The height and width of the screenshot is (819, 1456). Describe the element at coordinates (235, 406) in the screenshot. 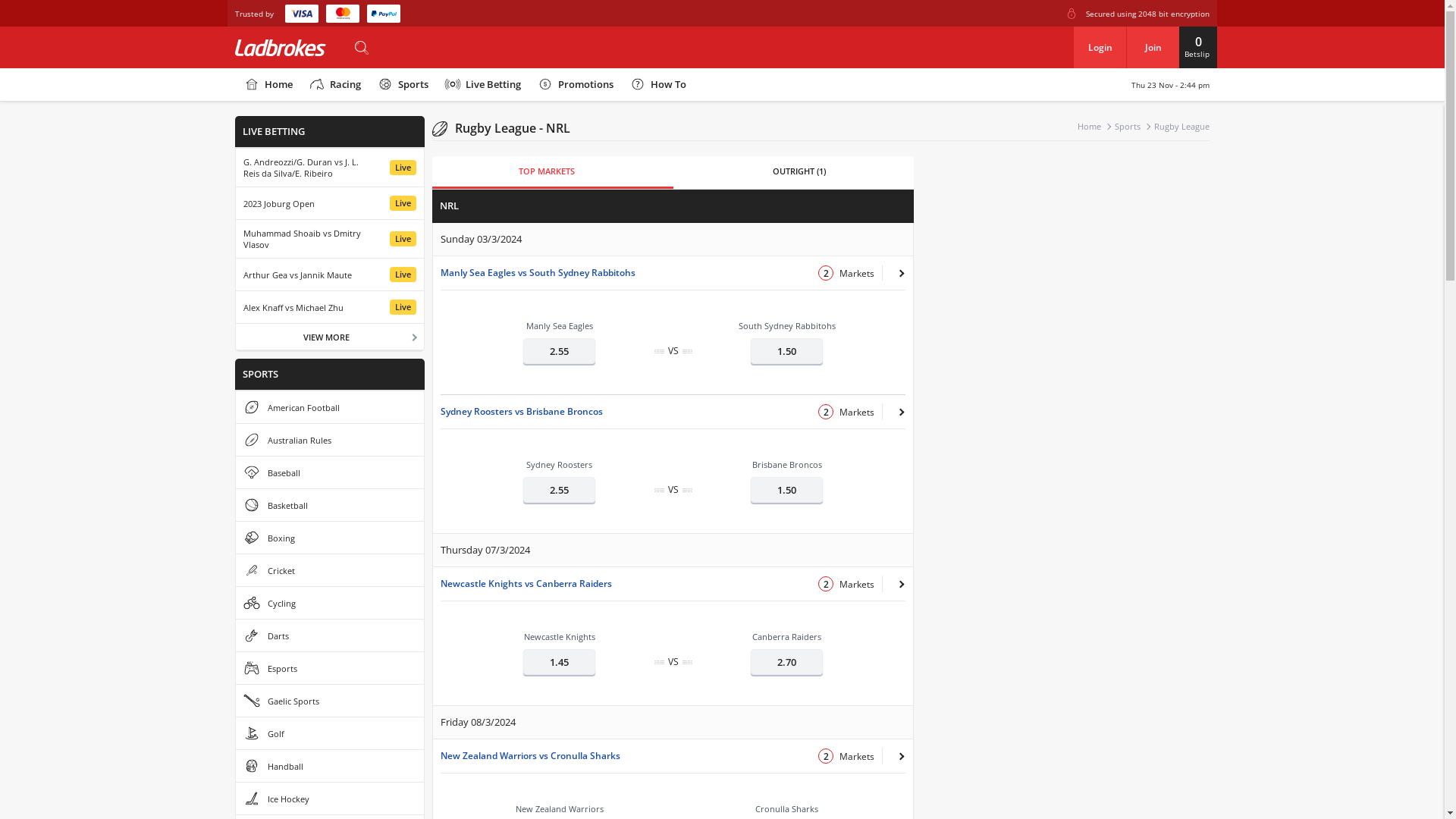

I see `'American Football'` at that location.